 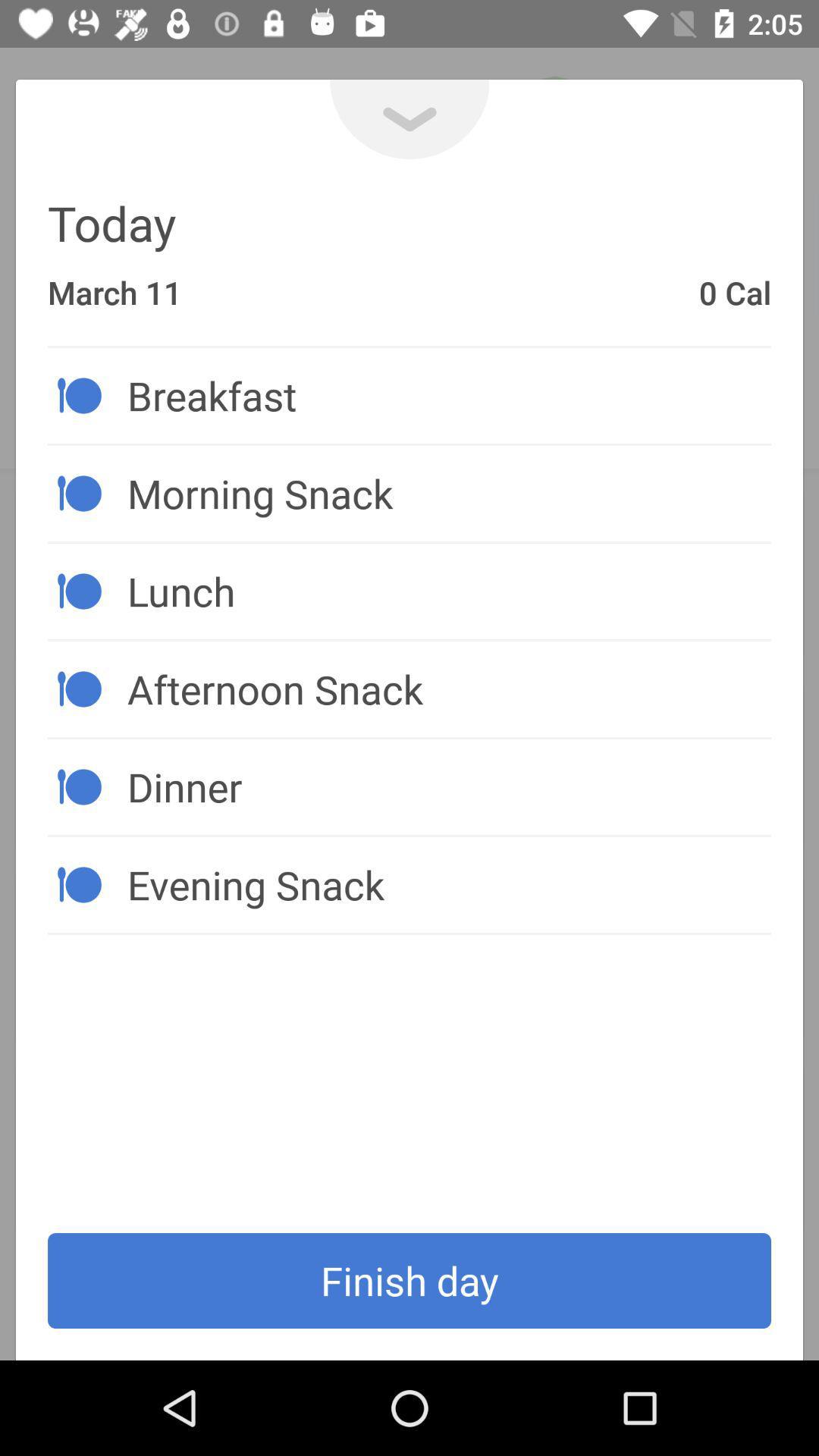 What do you see at coordinates (448, 493) in the screenshot?
I see `item above the lunch icon` at bounding box center [448, 493].